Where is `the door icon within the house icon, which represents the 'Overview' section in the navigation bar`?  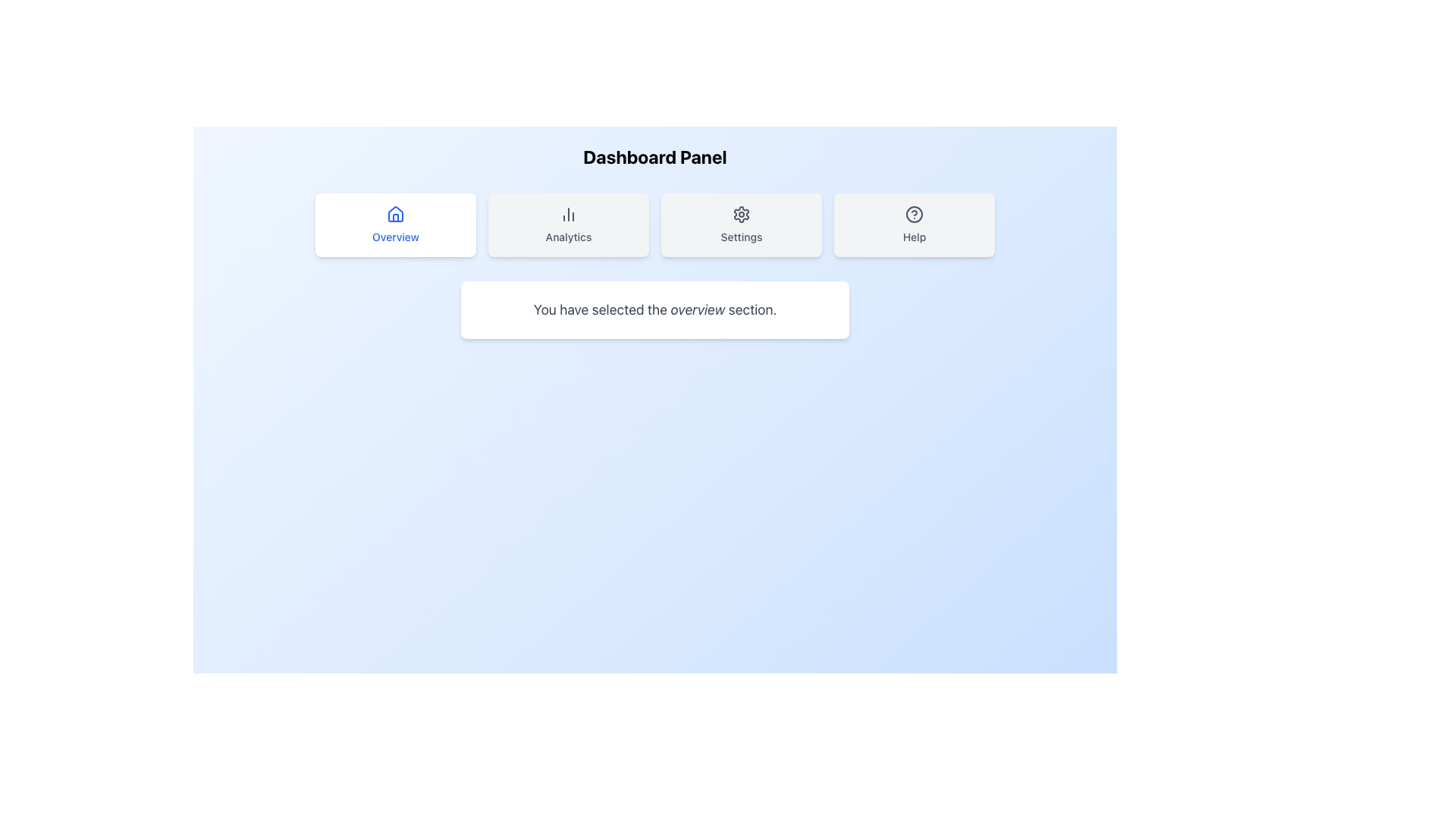 the door icon within the house icon, which represents the 'Overview' section in the navigation bar is located at coordinates (396, 218).